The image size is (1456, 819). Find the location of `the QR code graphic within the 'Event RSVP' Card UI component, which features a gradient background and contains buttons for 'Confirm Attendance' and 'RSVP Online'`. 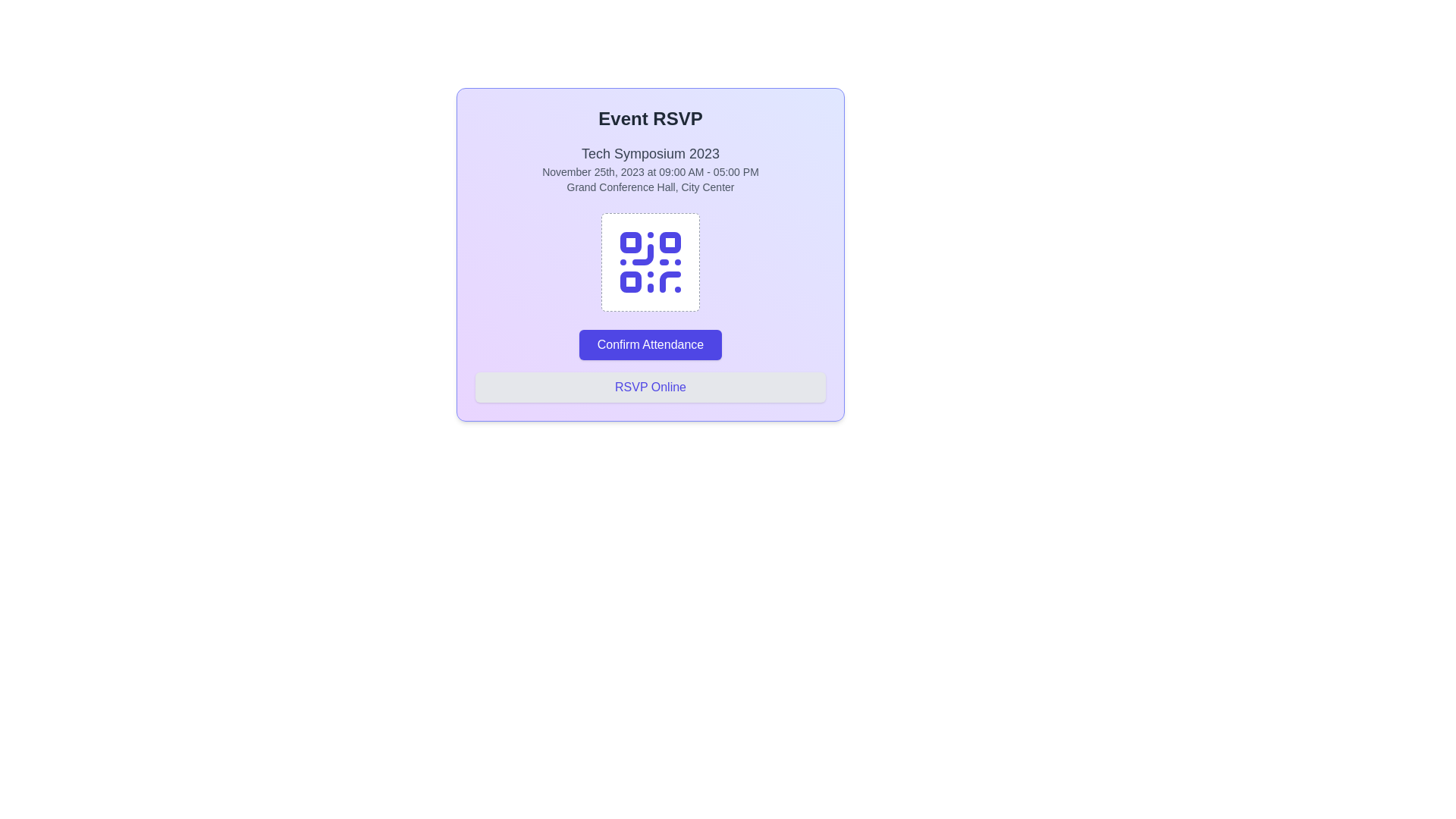

the QR code graphic within the 'Event RSVP' Card UI component, which features a gradient background and contains buttons for 'Confirm Attendance' and 'RSVP Online' is located at coordinates (651, 253).